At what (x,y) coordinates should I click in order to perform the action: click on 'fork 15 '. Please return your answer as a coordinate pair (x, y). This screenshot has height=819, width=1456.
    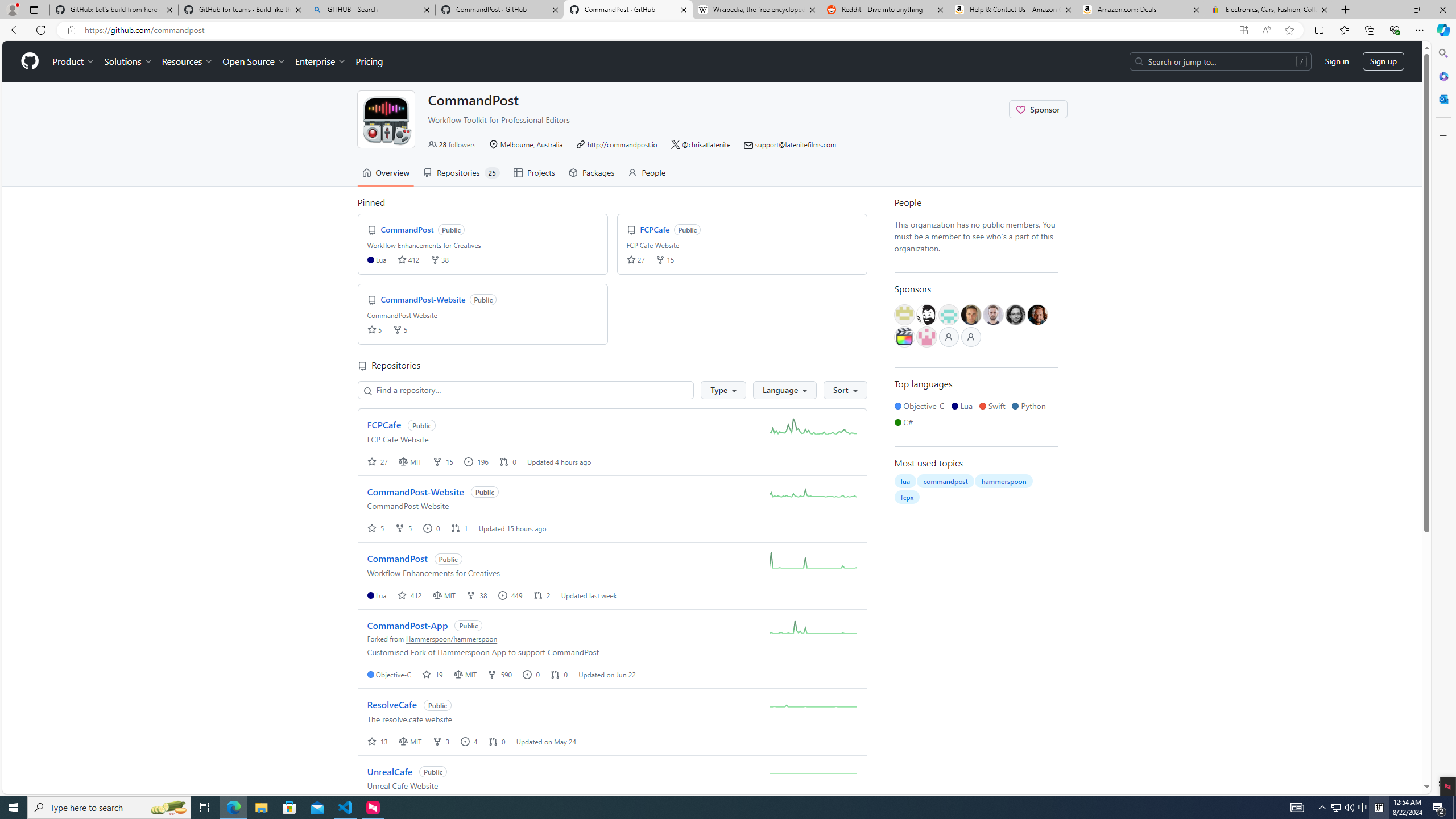
    Looking at the image, I should click on (443, 461).